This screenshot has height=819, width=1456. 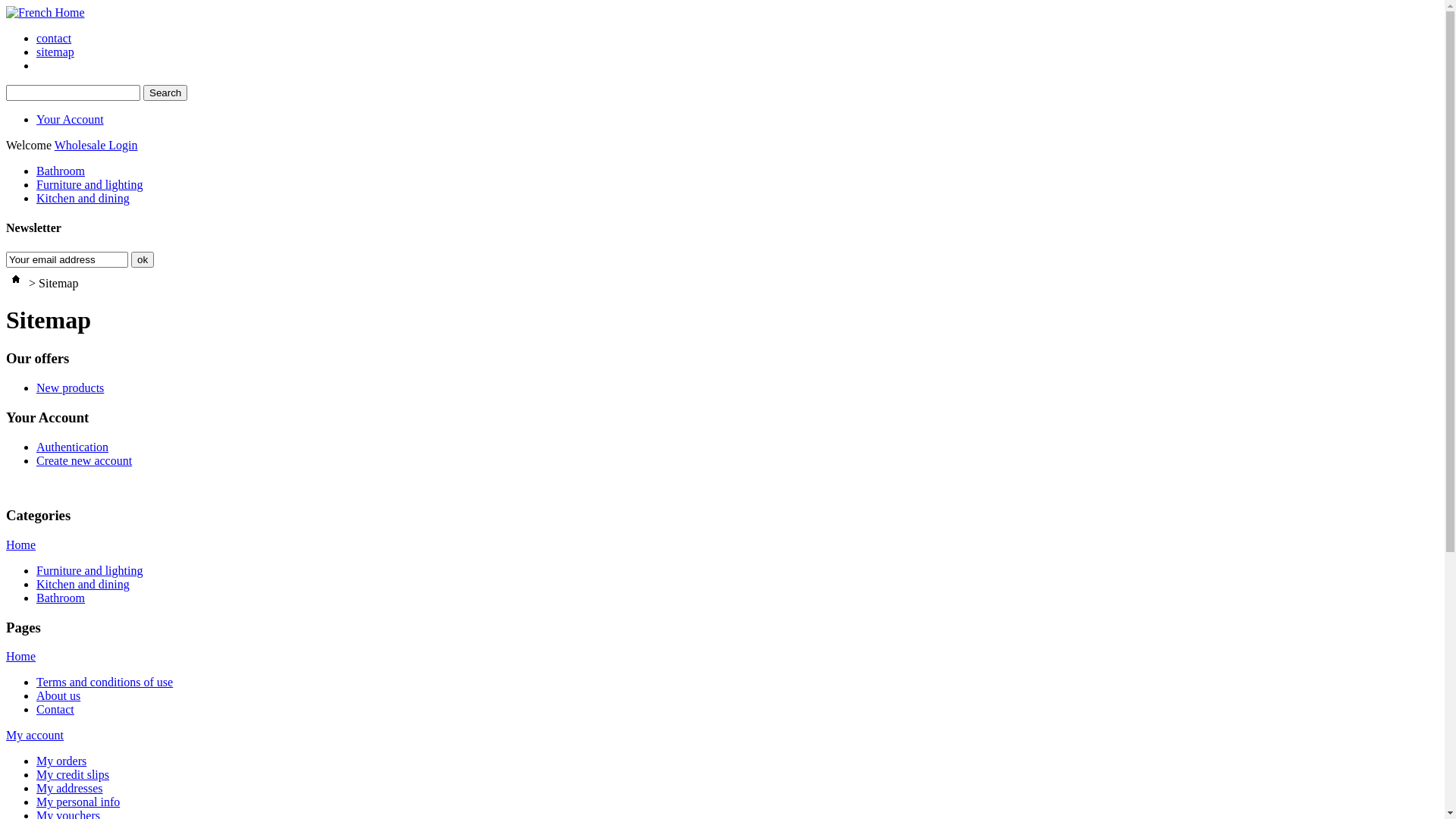 I want to click on 'French Home', so click(x=45, y=12).